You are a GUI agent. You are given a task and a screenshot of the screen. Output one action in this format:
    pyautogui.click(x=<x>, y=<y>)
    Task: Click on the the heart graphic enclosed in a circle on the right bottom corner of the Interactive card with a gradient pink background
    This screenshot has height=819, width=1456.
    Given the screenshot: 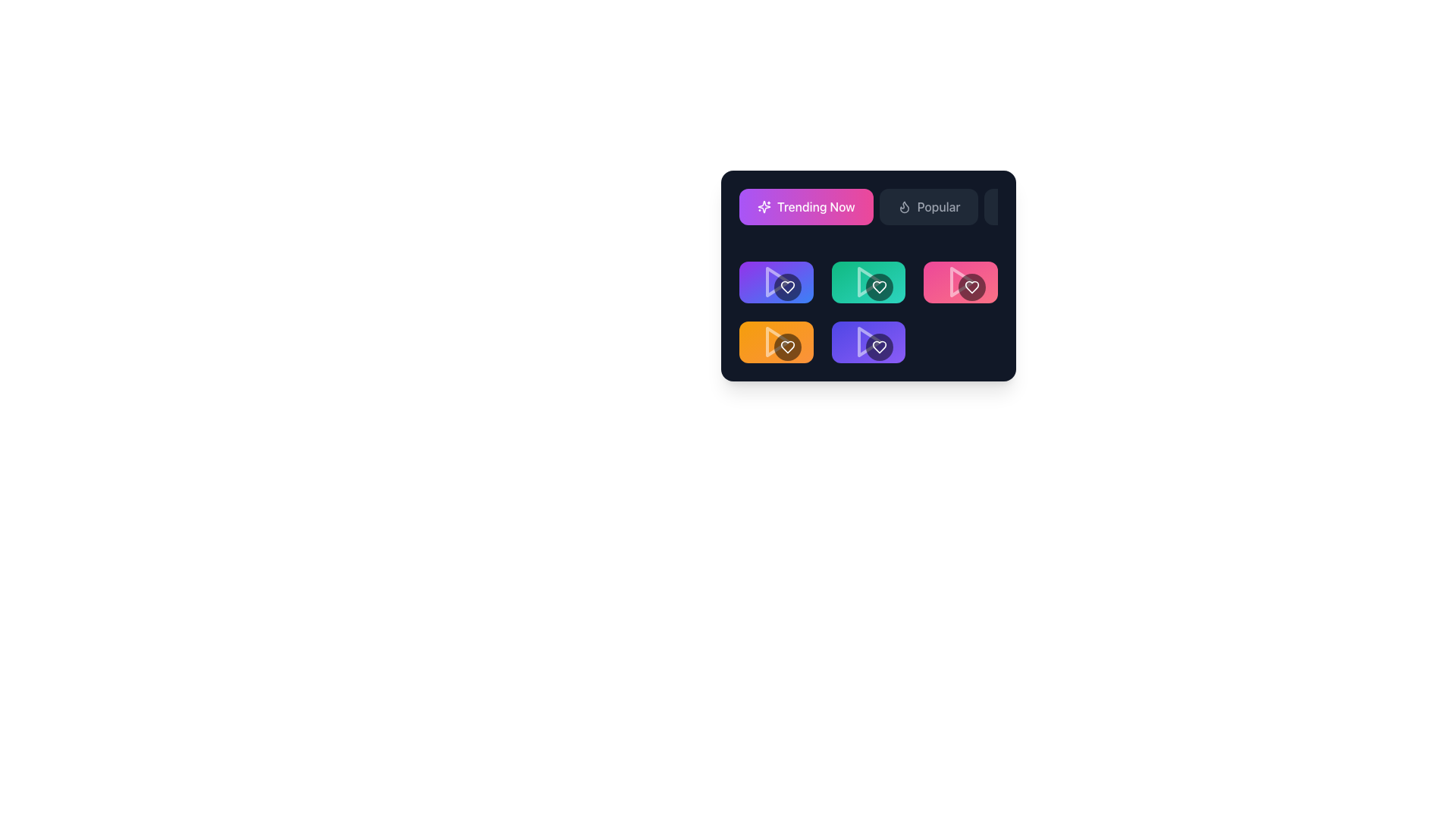 What is the action you would take?
    pyautogui.click(x=960, y=282)
    